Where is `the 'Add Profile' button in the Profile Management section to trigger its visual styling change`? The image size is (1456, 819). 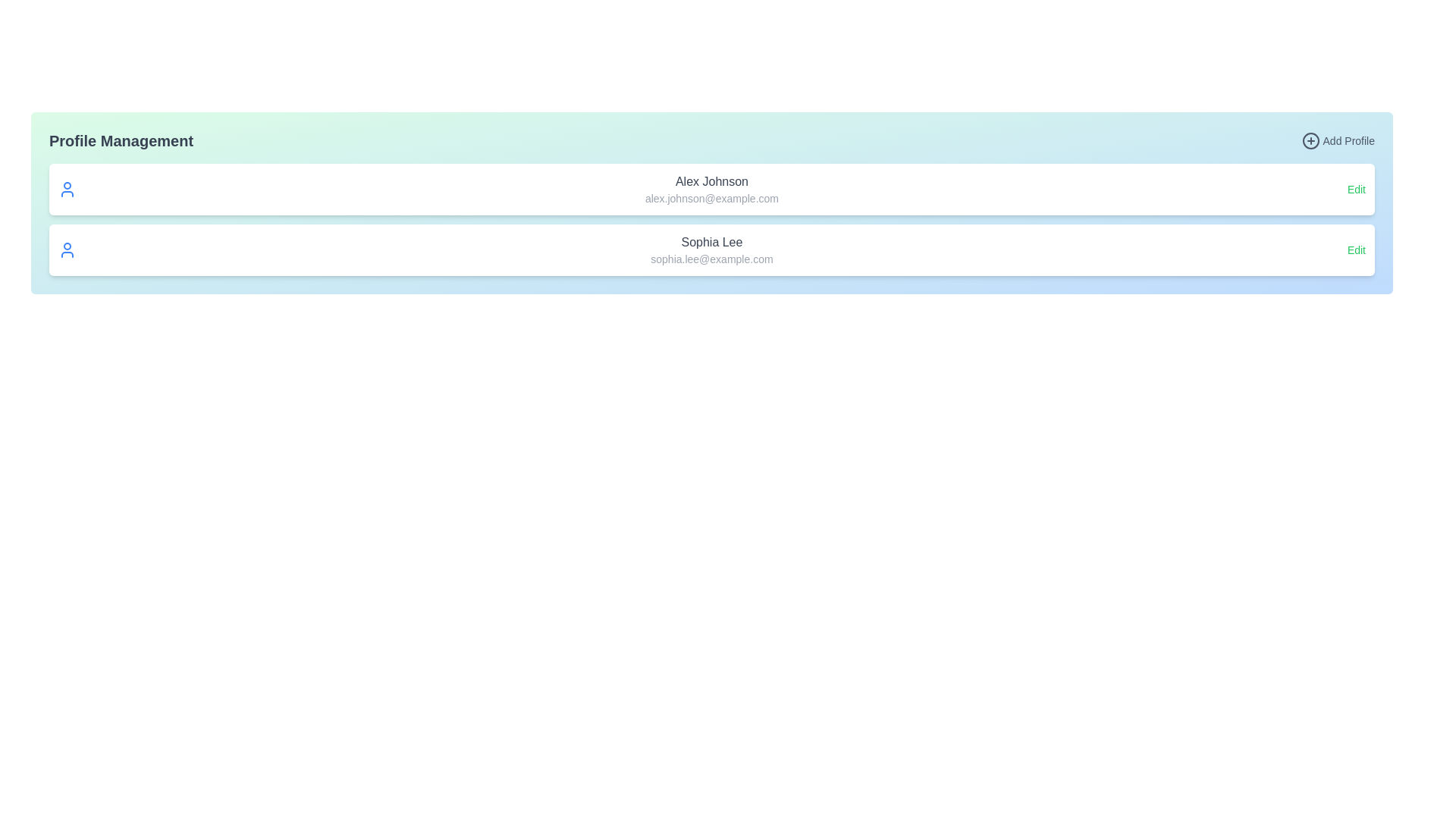
the 'Add Profile' button in the Profile Management section to trigger its visual styling change is located at coordinates (1338, 140).